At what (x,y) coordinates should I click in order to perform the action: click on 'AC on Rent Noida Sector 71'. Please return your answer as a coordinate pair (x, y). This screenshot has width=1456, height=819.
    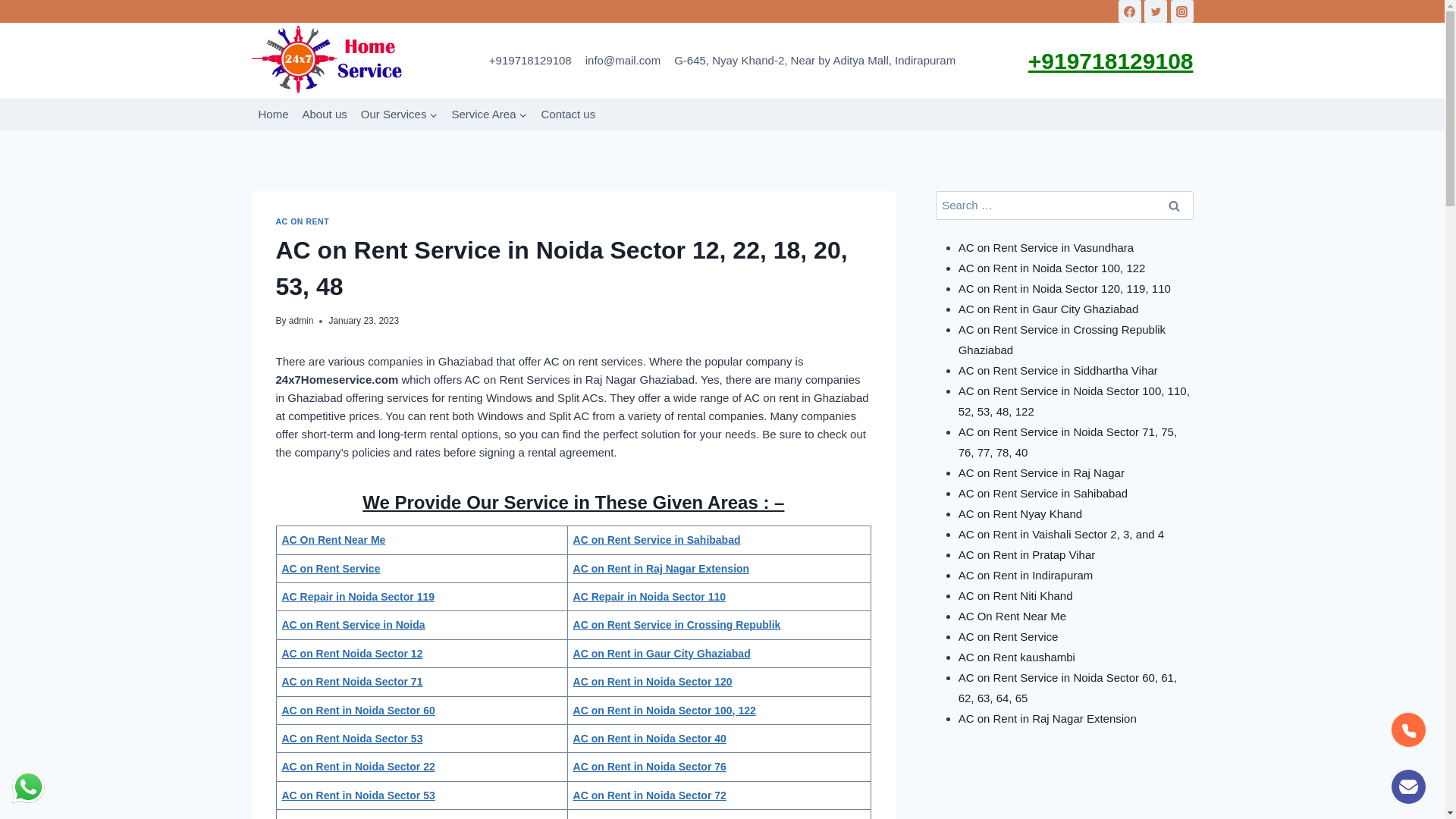
    Looking at the image, I should click on (352, 680).